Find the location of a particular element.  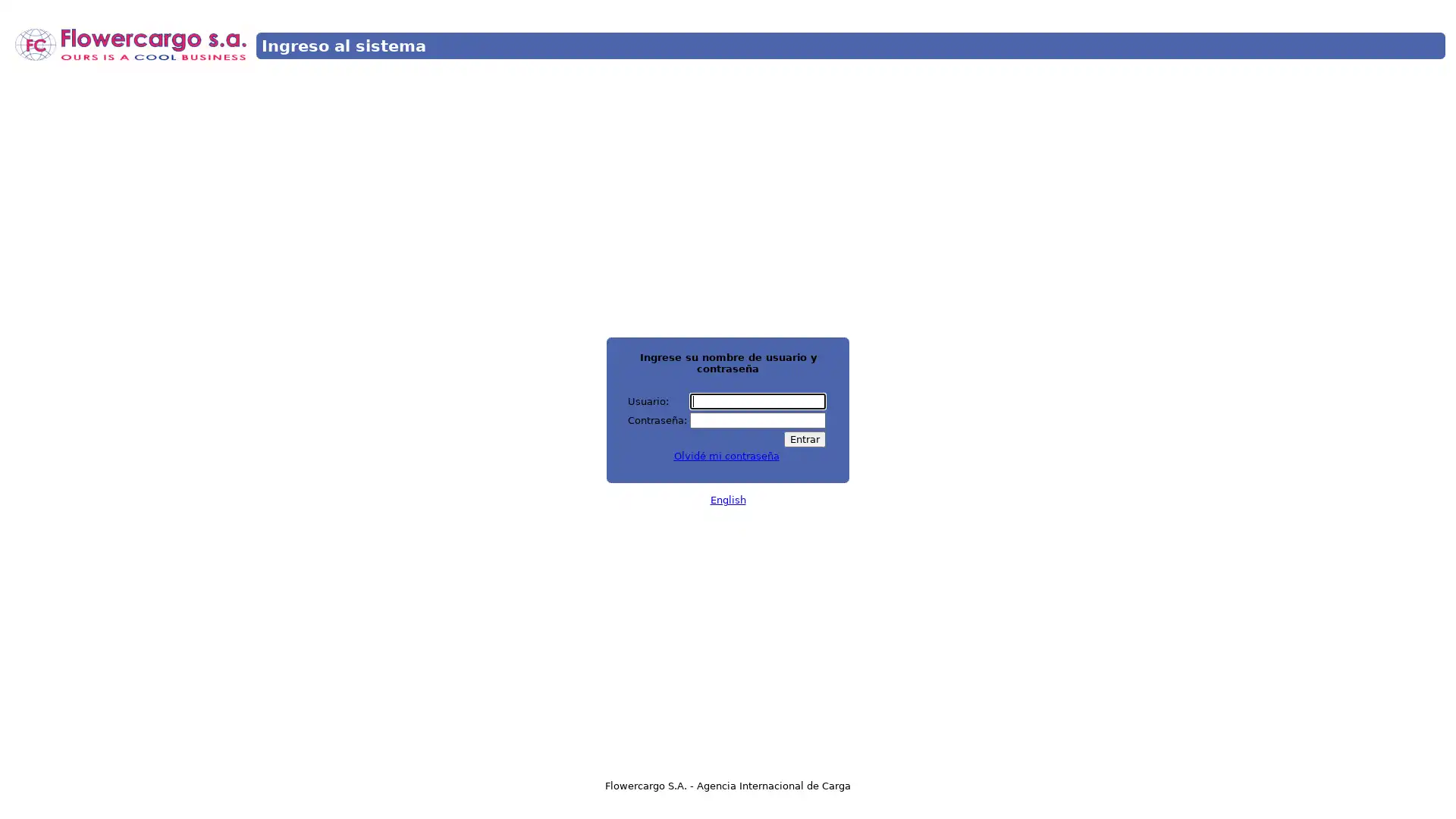

Entrar is located at coordinates (803, 438).